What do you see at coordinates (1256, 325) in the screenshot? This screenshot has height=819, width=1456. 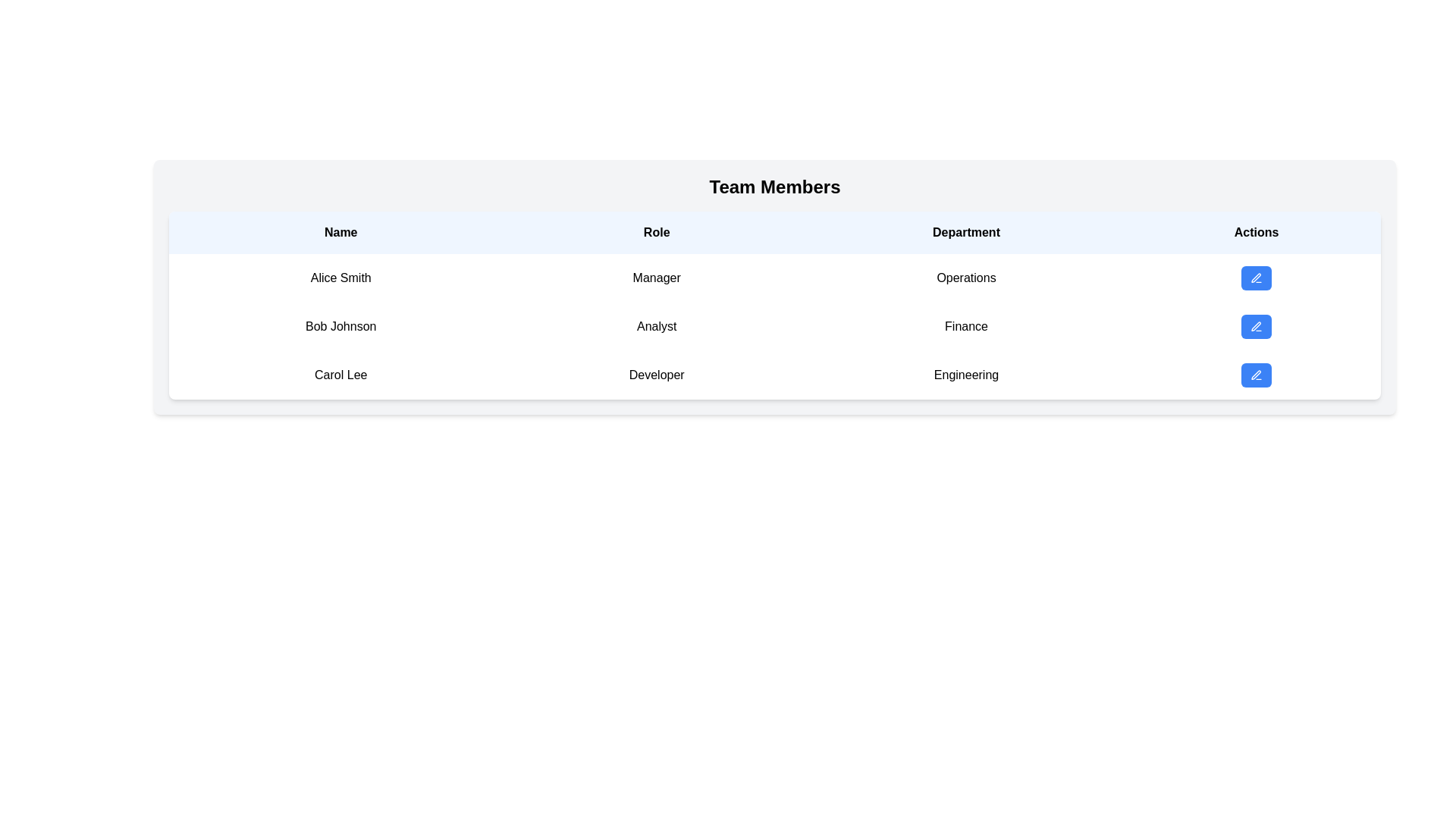 I see `the edit icon for the table entry of 'Bob Johnson' to initiate editing` at bounding box center [1256, 325].